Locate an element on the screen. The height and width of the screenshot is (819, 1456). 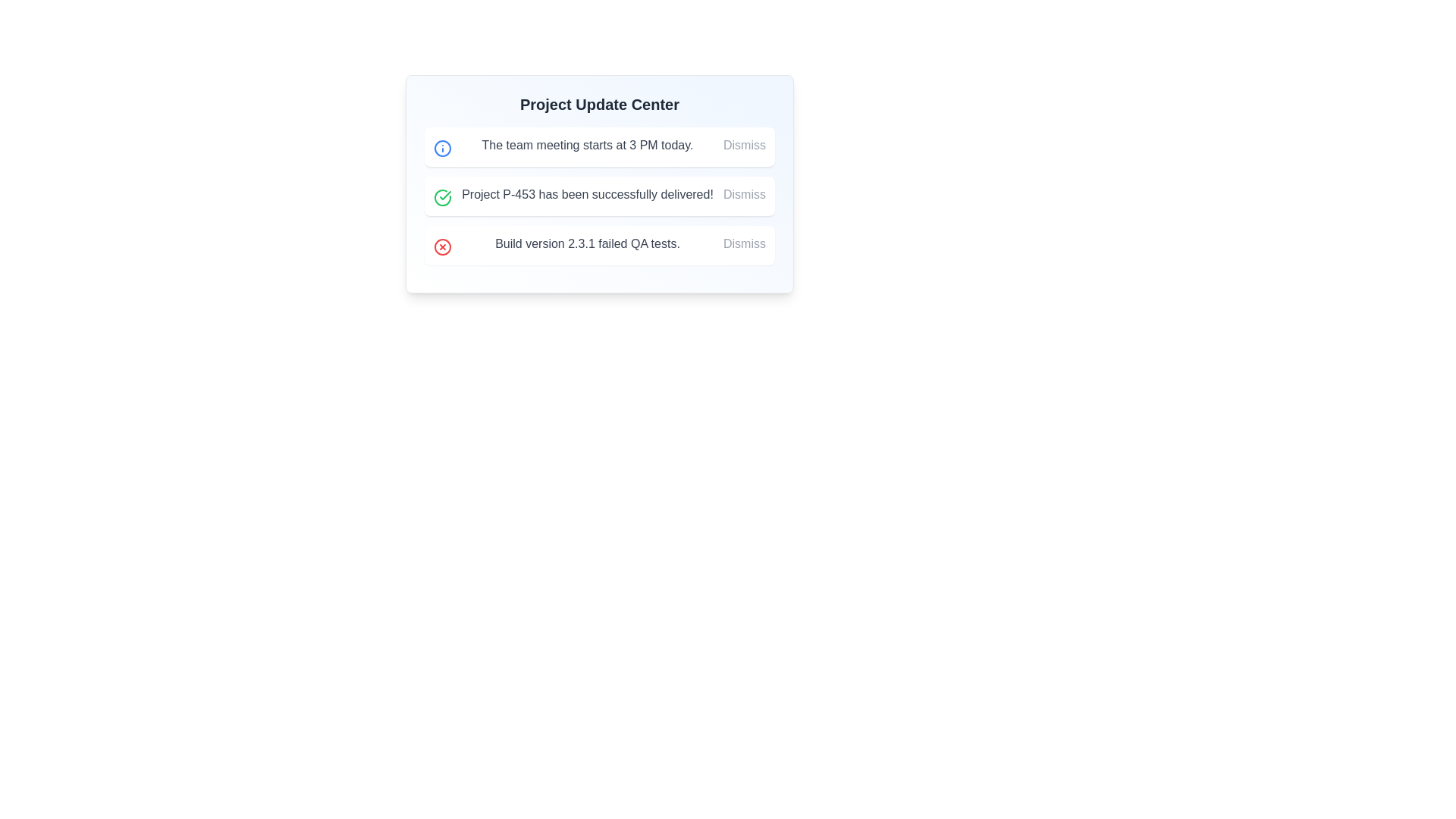
the dismiss button-like clickable text associated with the notification 'Build version 2.3.1 failed QA tests.' is located at coordinates (745, 243).